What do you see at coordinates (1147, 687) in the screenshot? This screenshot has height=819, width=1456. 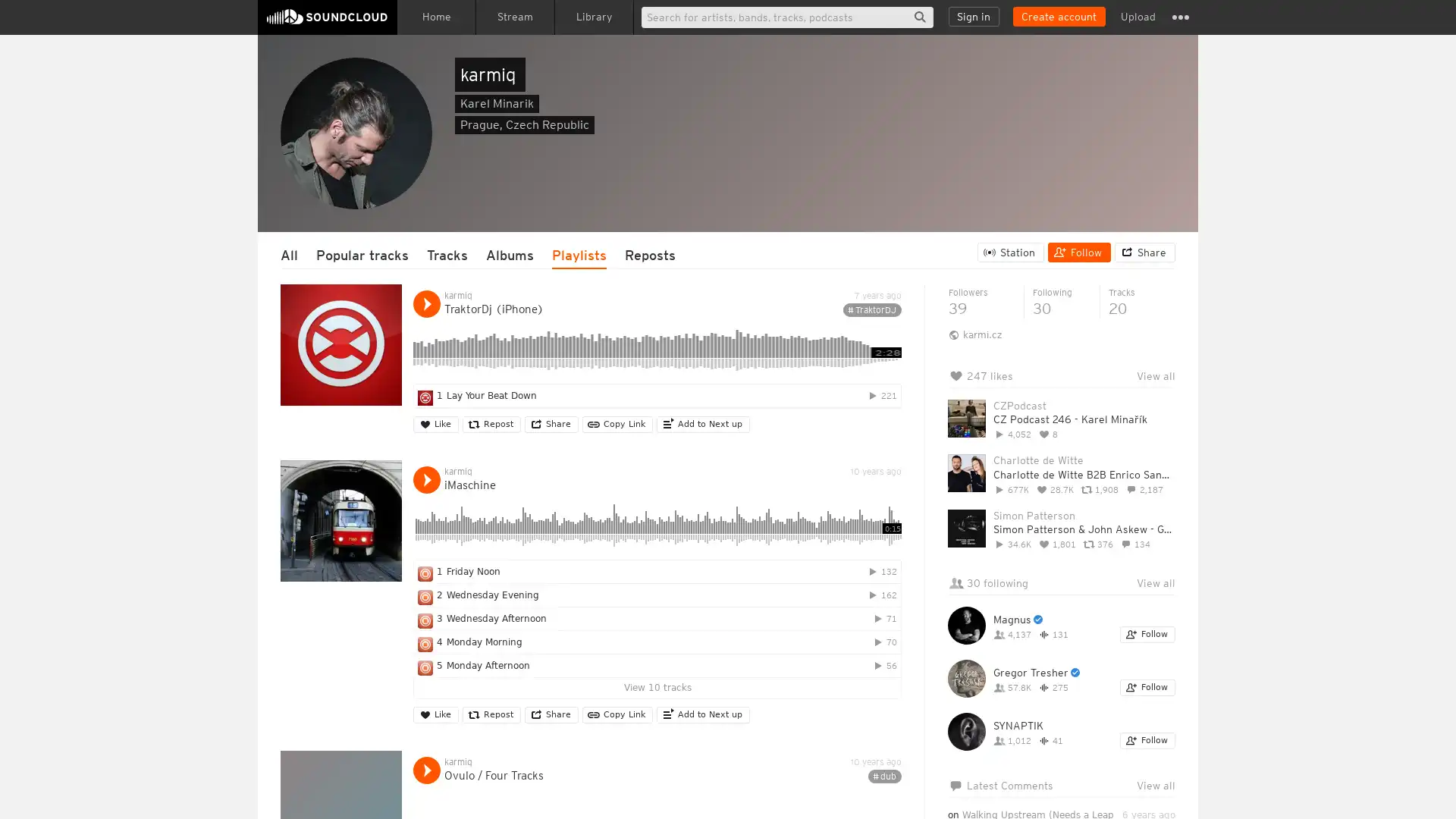 I see `Follow` at bounding box center [1147, 687].